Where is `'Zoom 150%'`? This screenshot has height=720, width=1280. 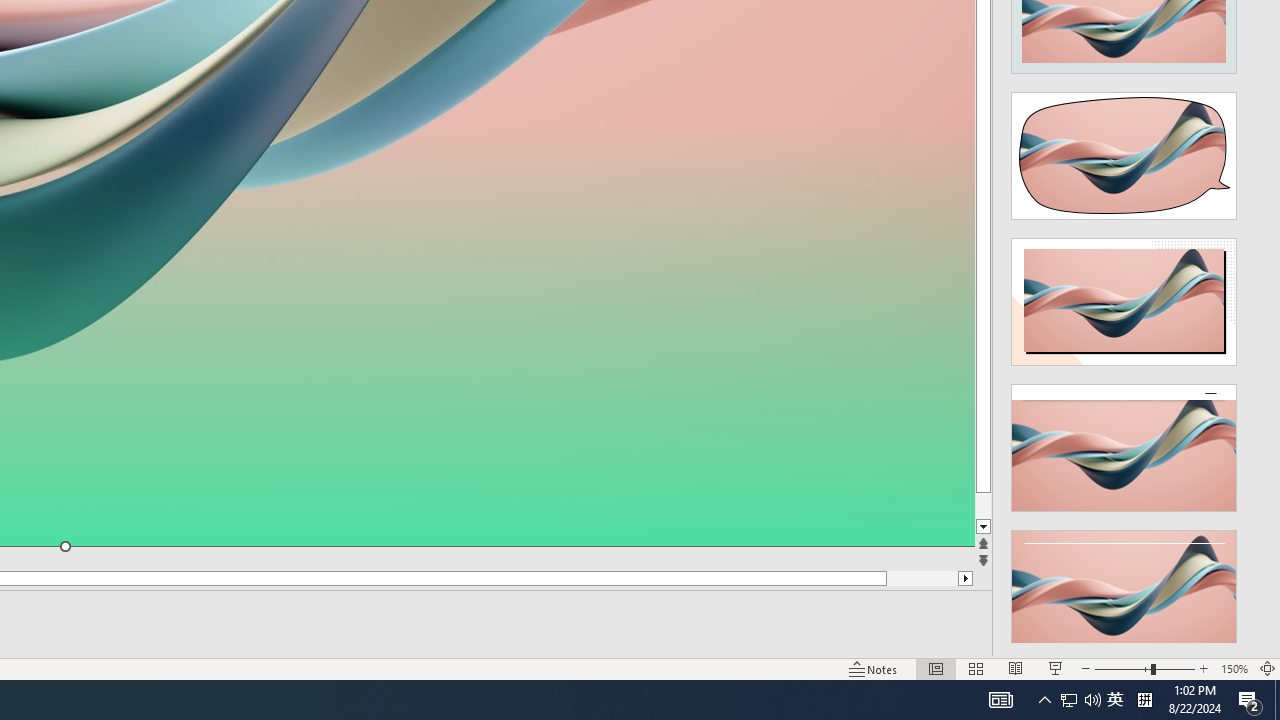
'Zoom 150%' is located at coordinates (1233, 669).